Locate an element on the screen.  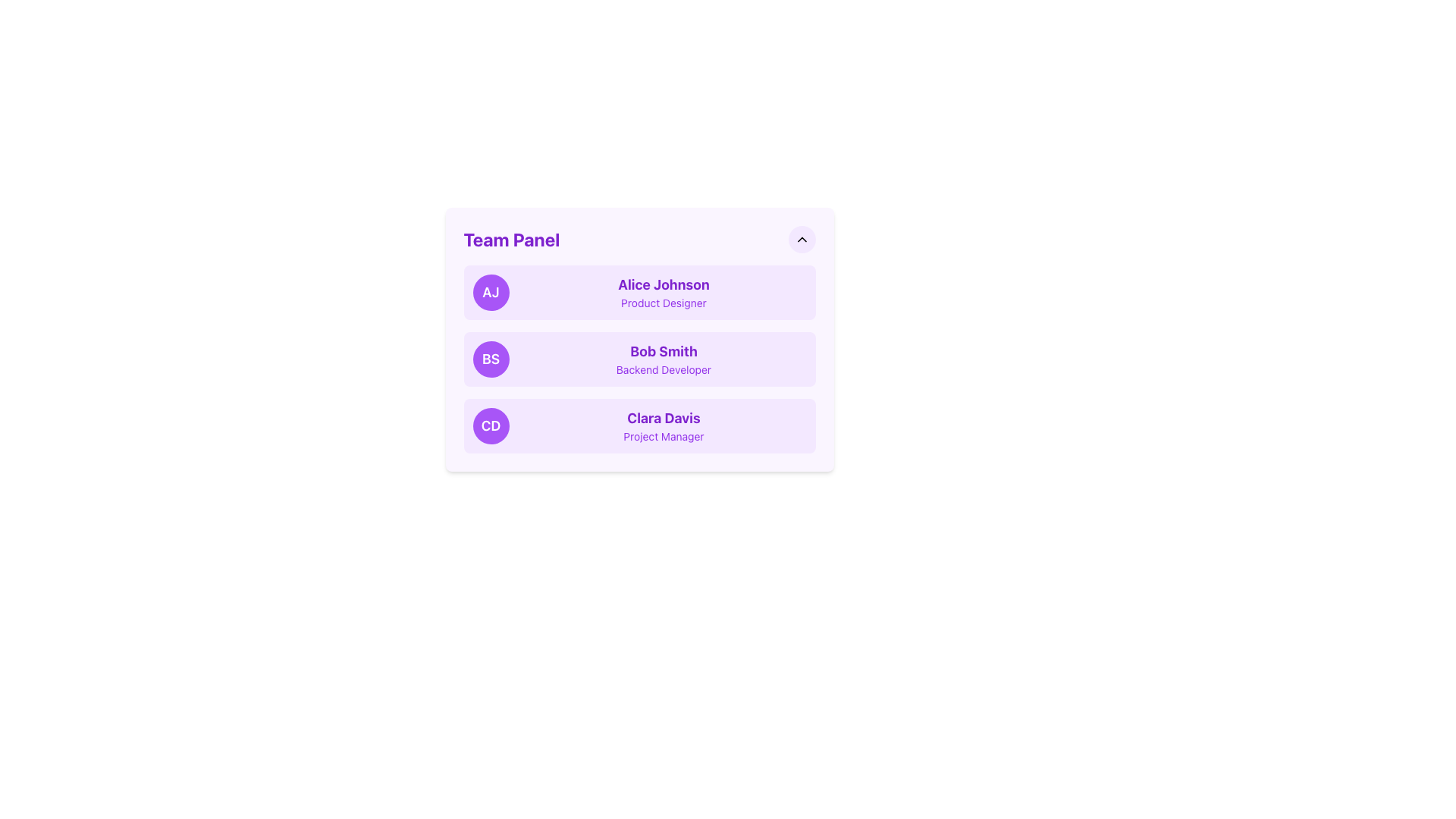
the left-most circular avatar for user 'Bob Smith' in the second row of the Team Panel is located at coordinates (491, 359).